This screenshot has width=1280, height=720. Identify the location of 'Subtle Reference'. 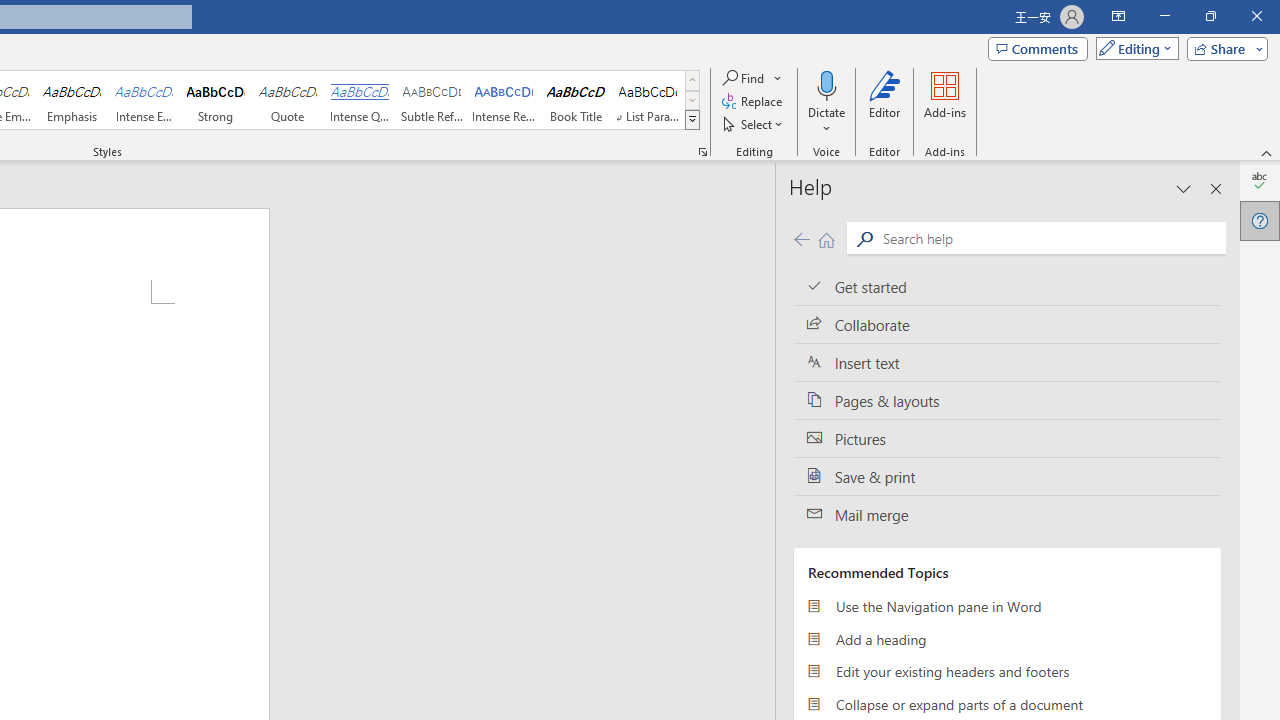
(431, 100).